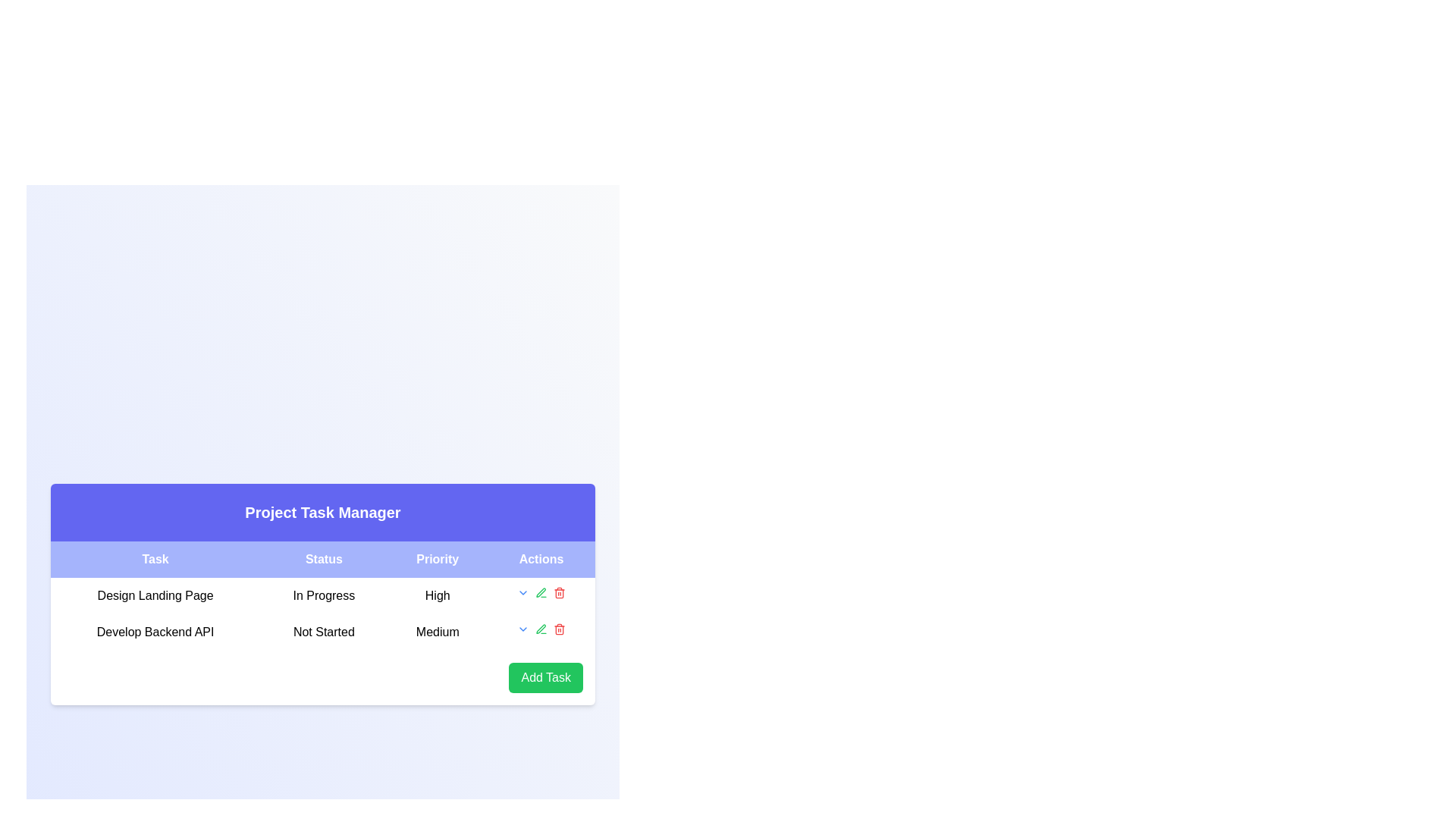 Image resolution: width=1456 pixels, height=819 pixels. I want to click on the delete button icon associated with the task 'Develop Backend API', so click(559, 629).